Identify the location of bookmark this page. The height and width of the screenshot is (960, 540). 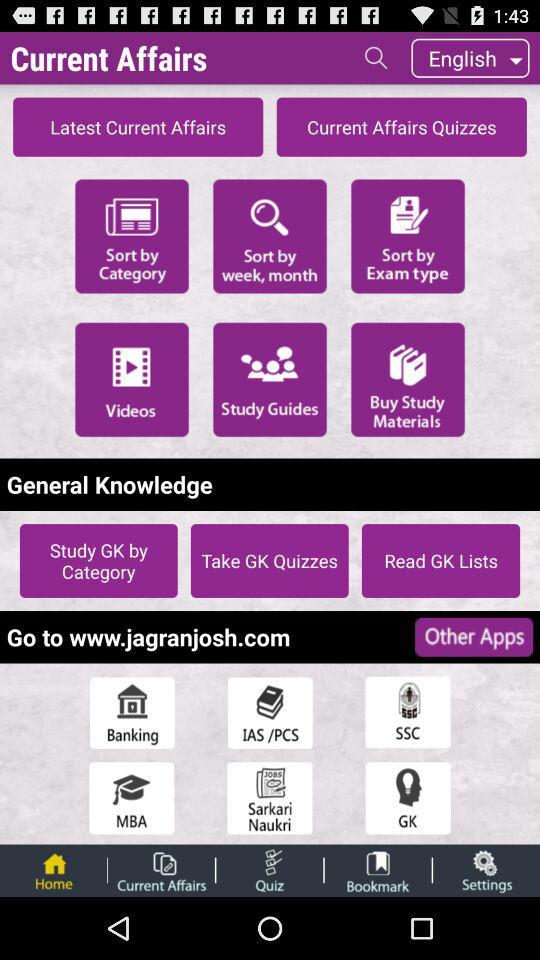
(378, 869).